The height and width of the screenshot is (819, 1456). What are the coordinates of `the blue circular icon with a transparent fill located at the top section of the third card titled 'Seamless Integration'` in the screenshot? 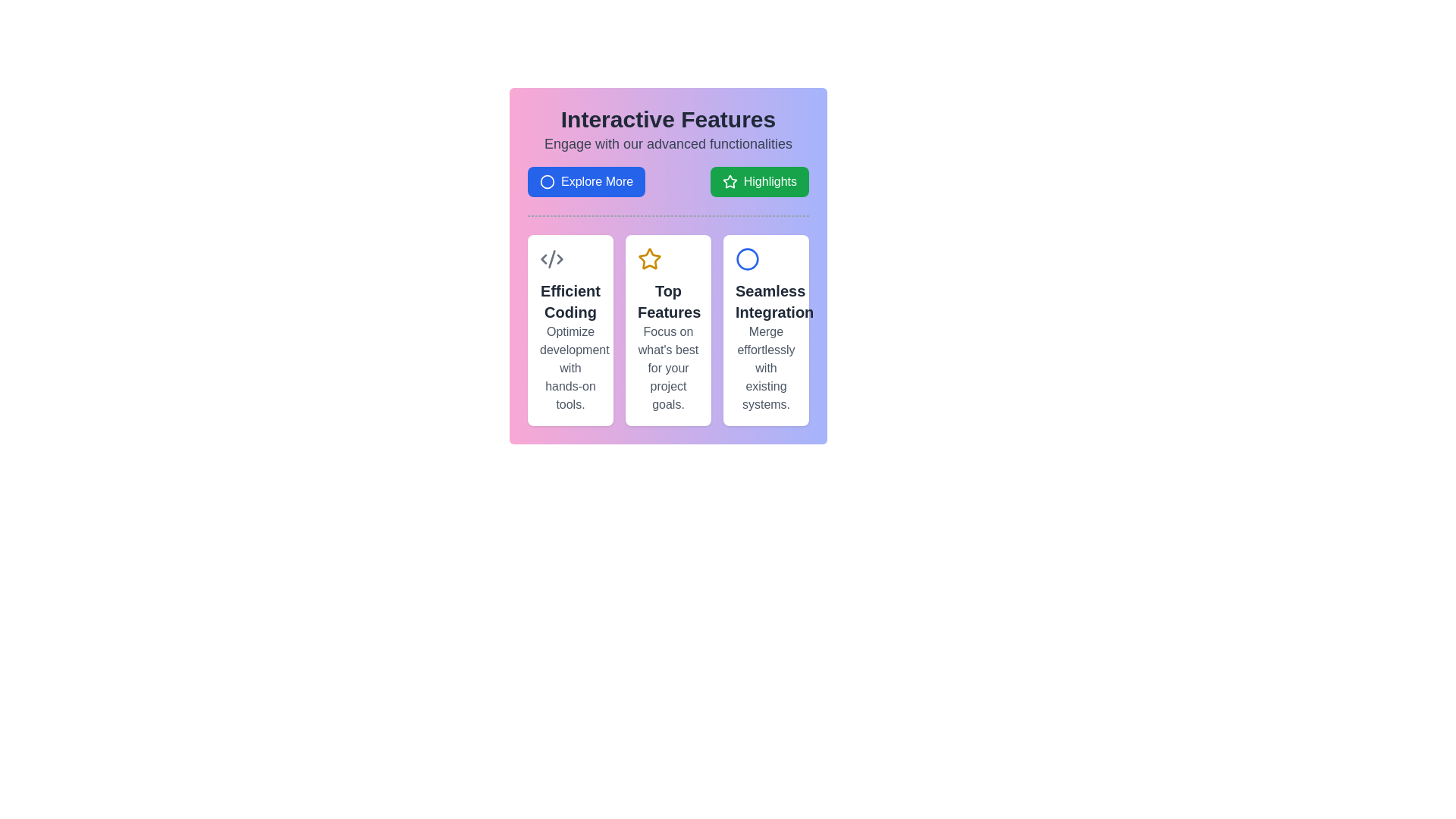 It's located at (747, 259).